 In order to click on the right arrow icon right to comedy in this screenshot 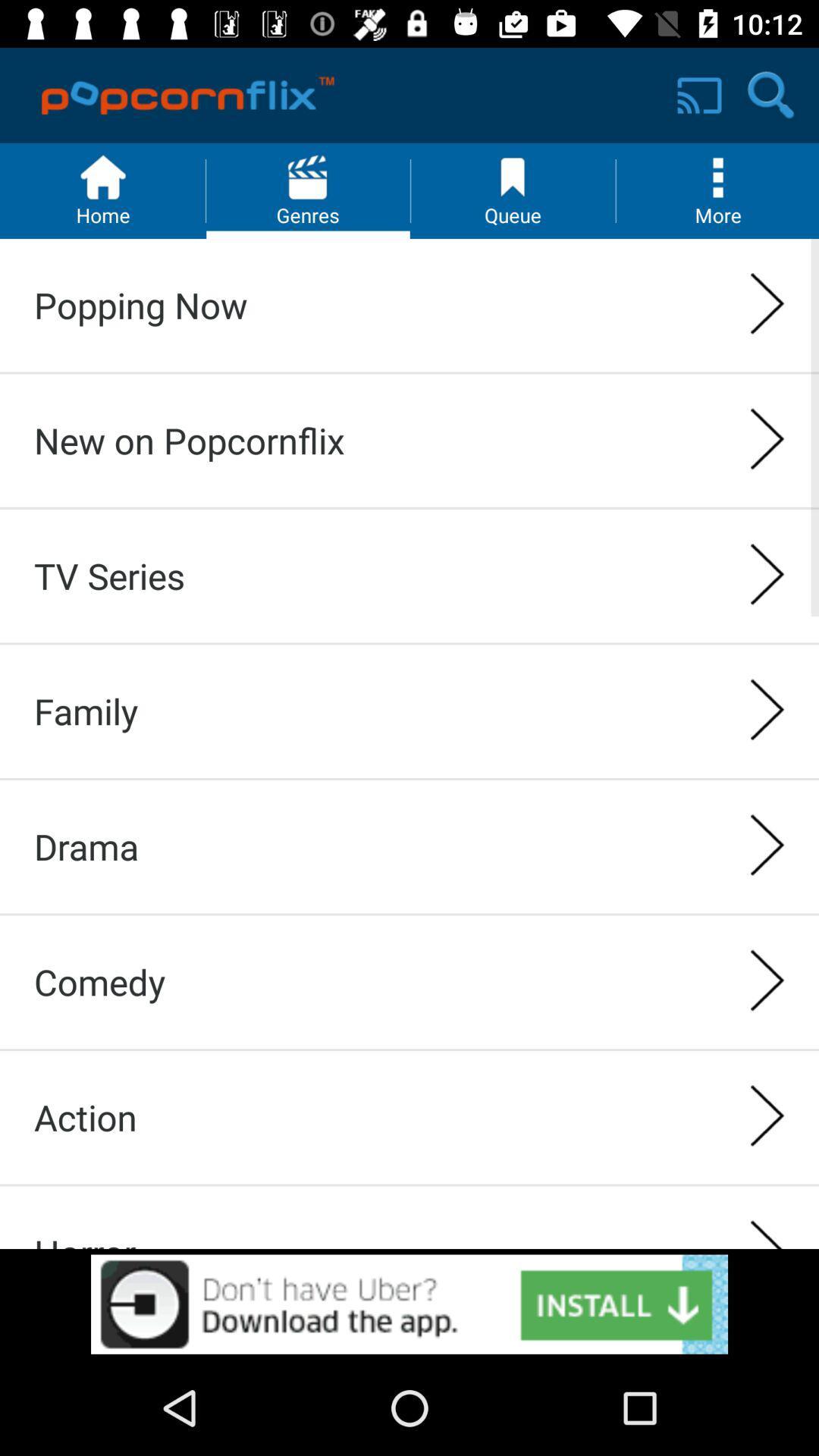, I will do `click(767, 982)`.